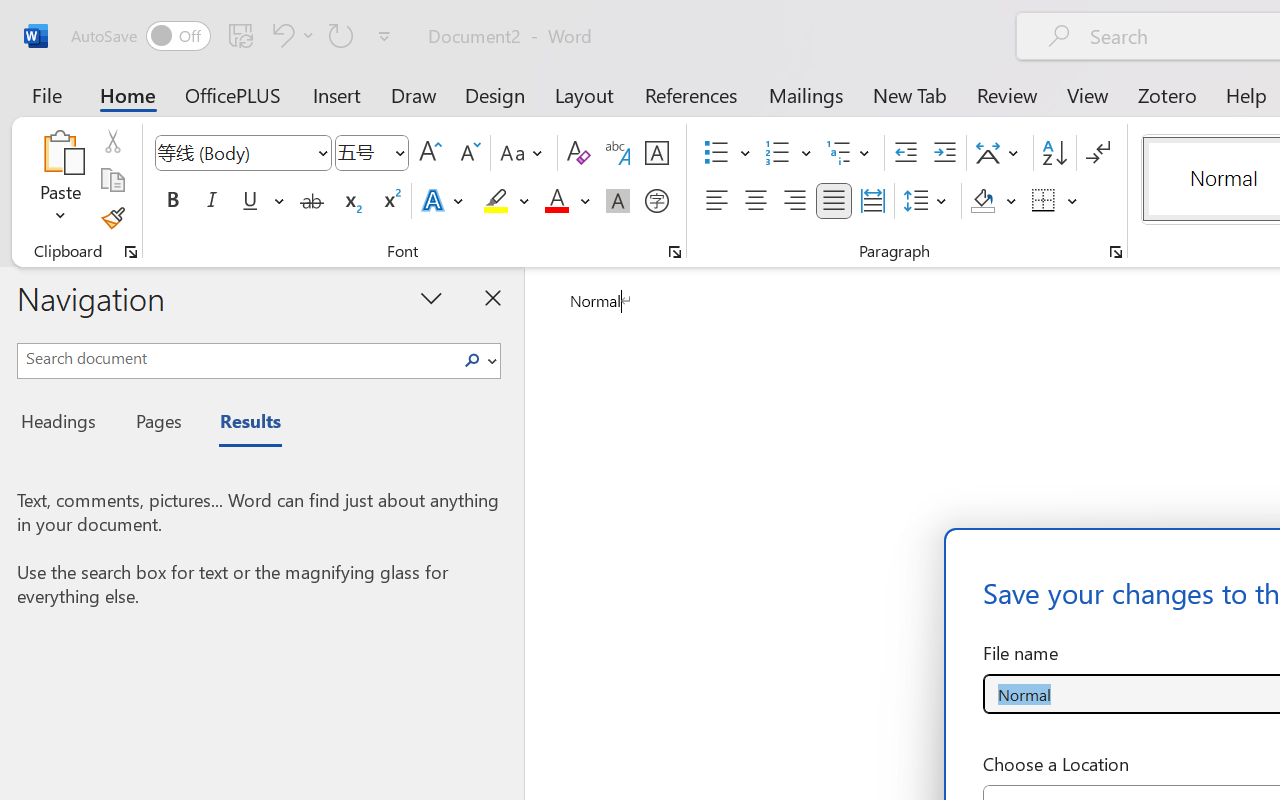 This screenshot has width=1280, height=800. I want to click on 'Align Left', so click(716, 201).